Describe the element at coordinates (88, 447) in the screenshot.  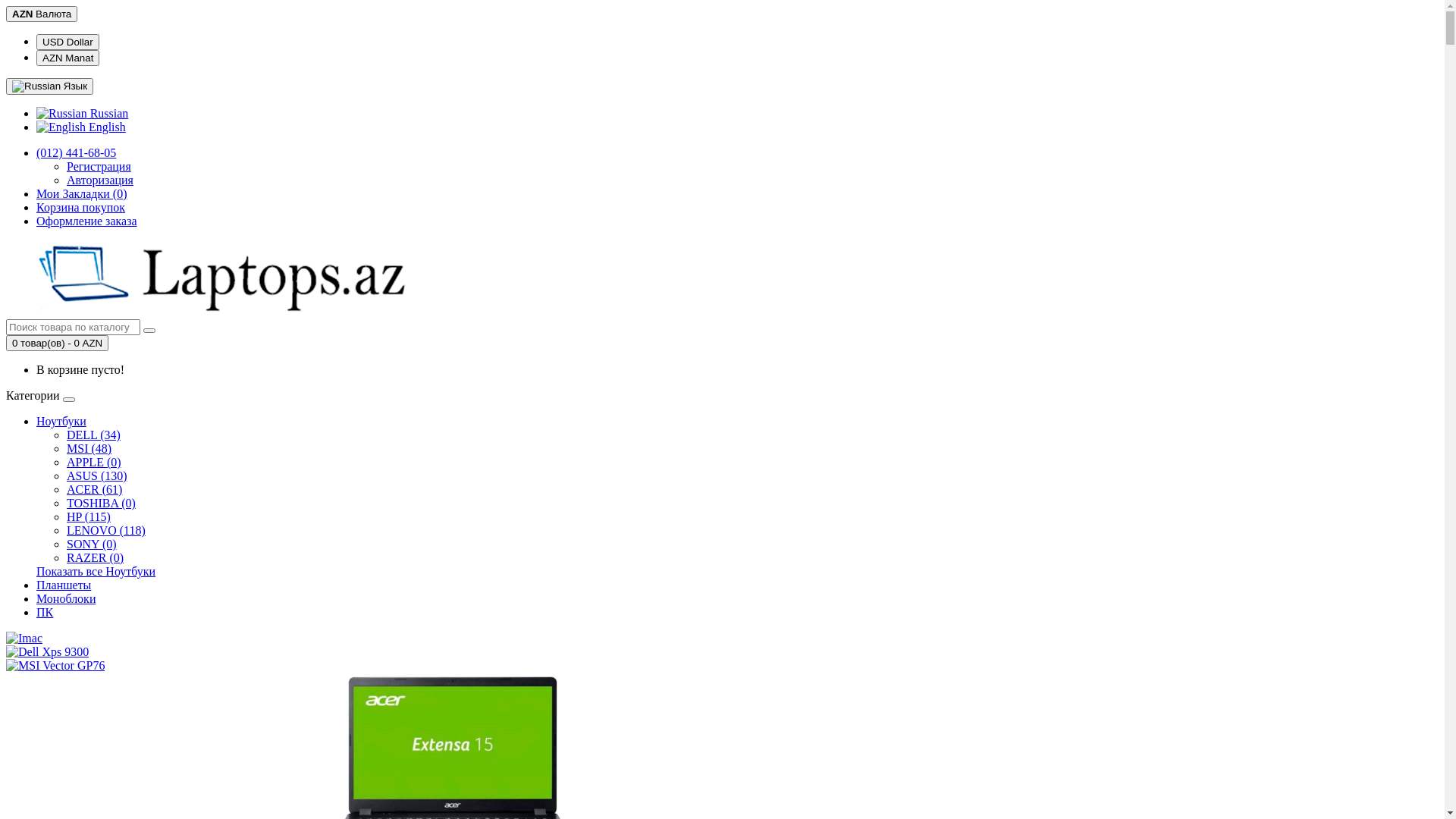
I see `'MSI (48)'` at that location.